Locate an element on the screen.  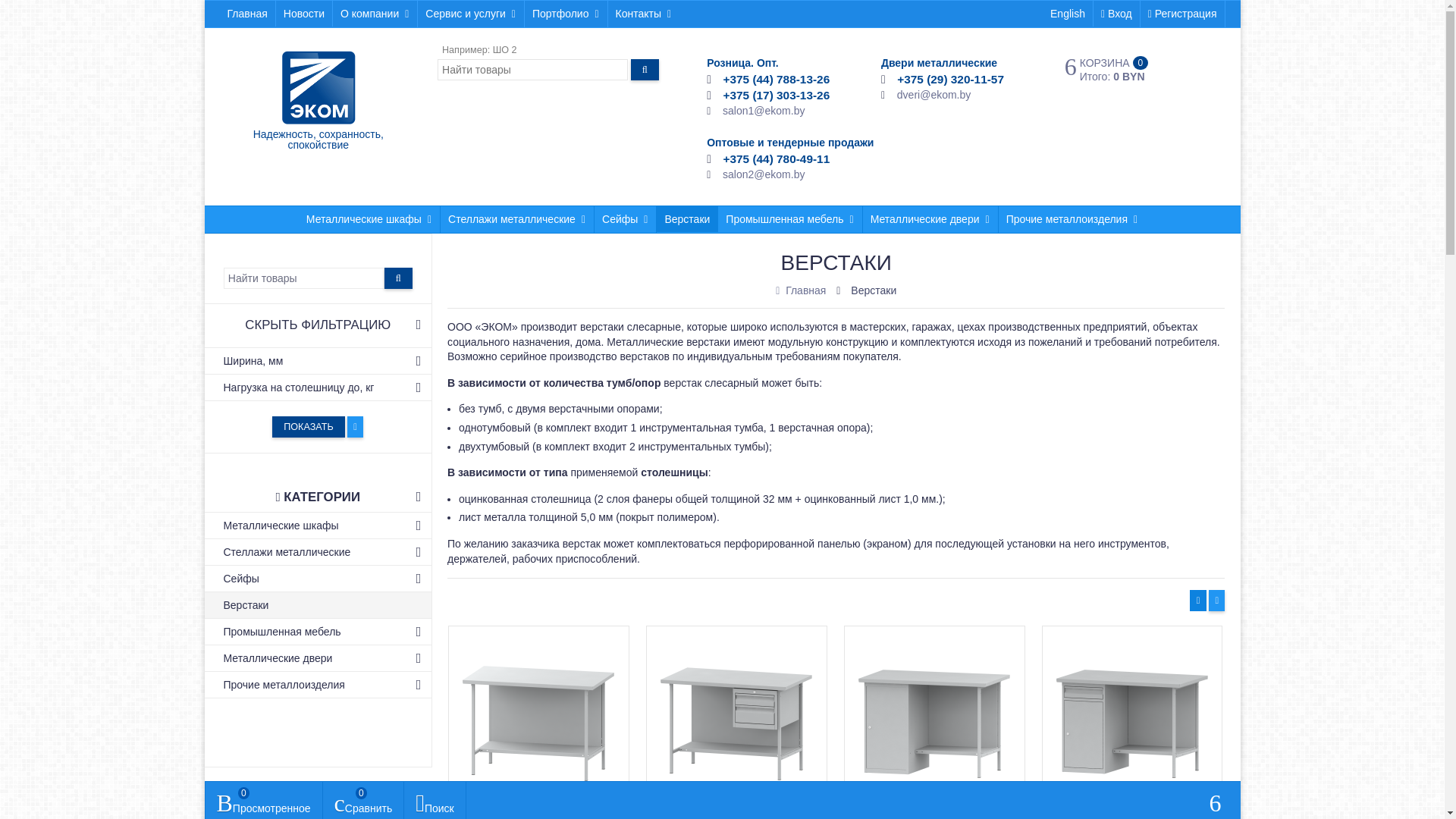
'+375 (29) 320-11-57' is located at coordinates (949, 79).